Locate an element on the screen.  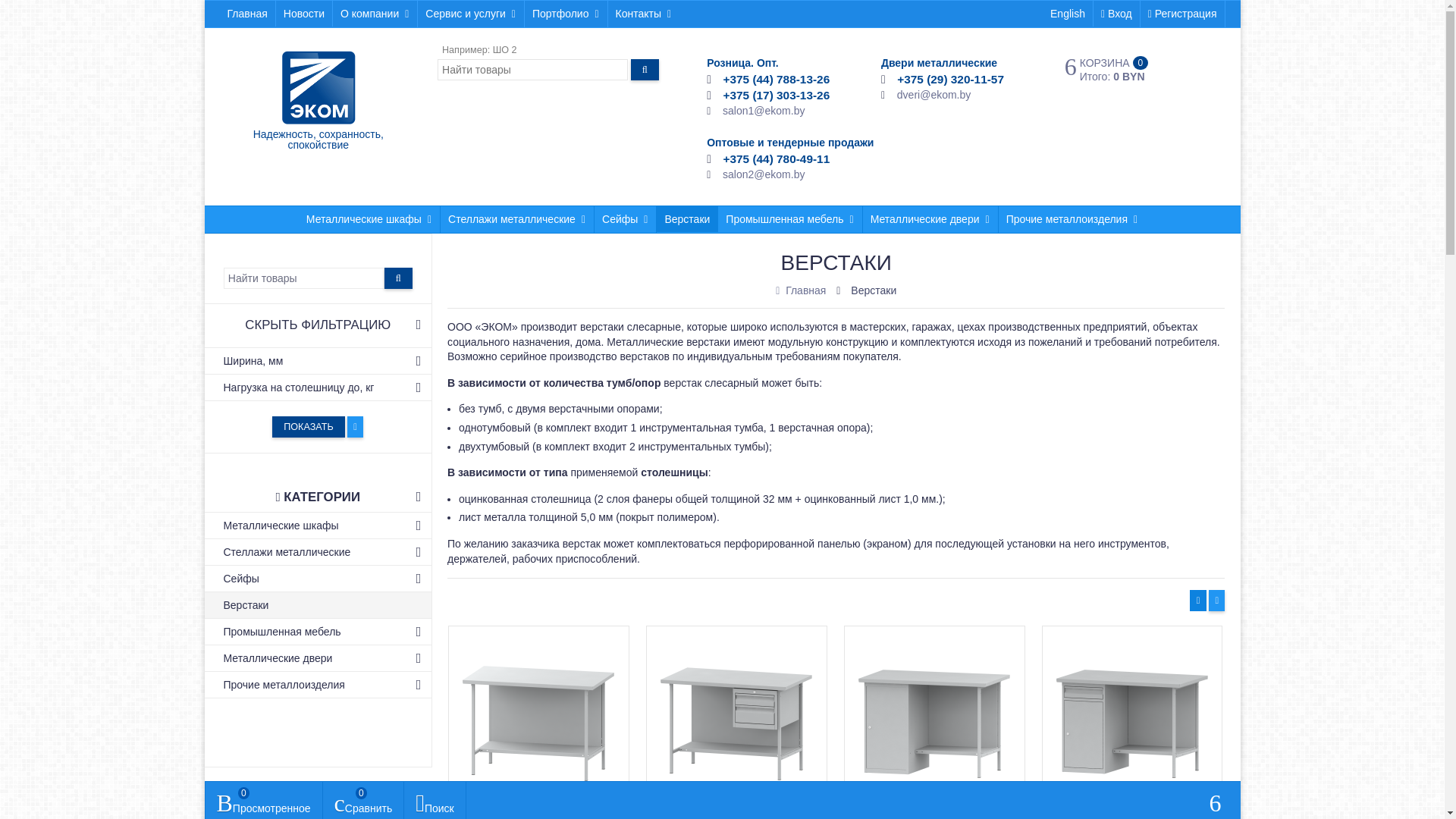
'+375 (29) 320-11-57' is located at coordinates (949, 79).